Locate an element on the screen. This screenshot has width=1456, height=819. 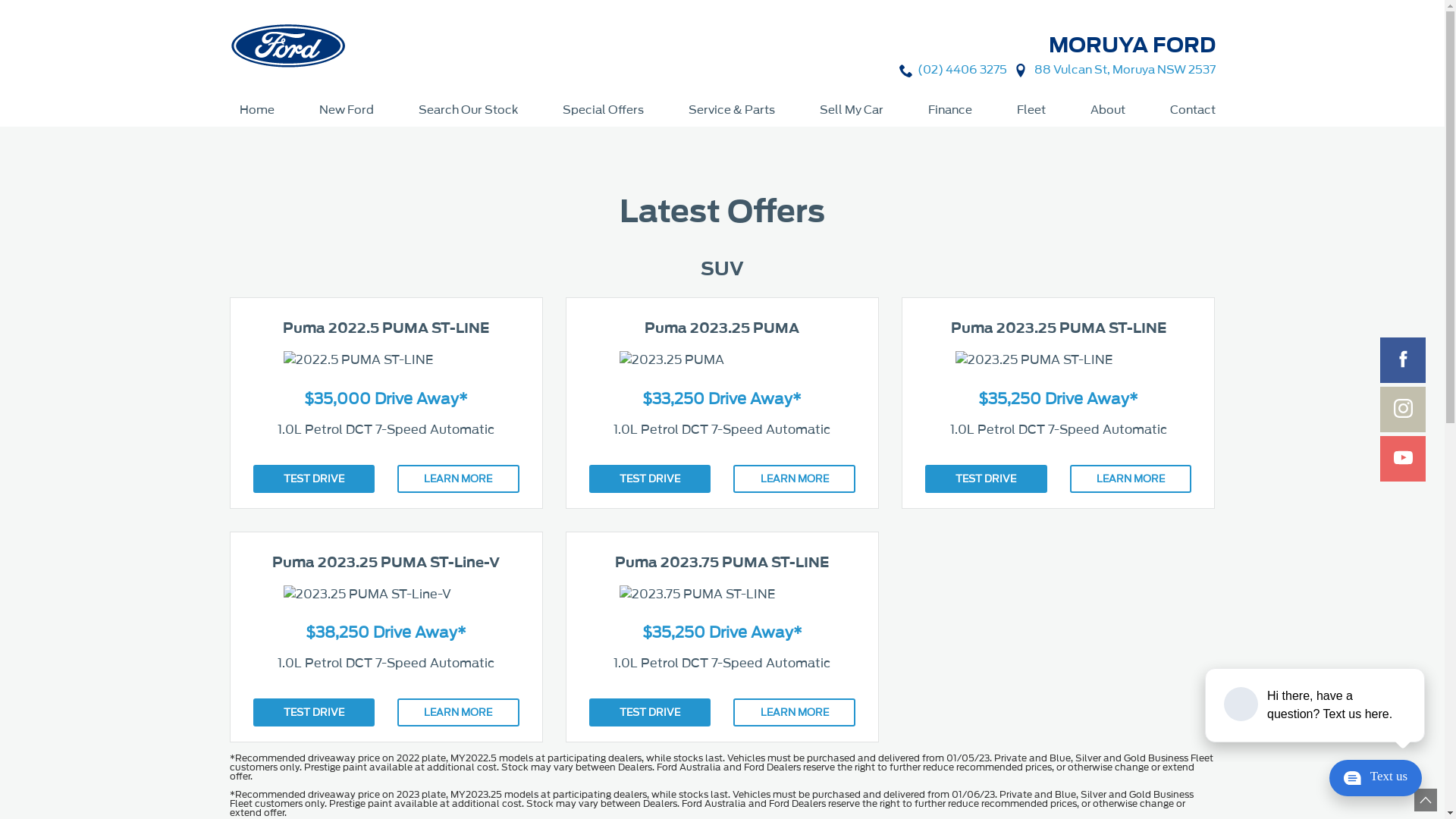
'About' is located at coordinates (1106, 109).